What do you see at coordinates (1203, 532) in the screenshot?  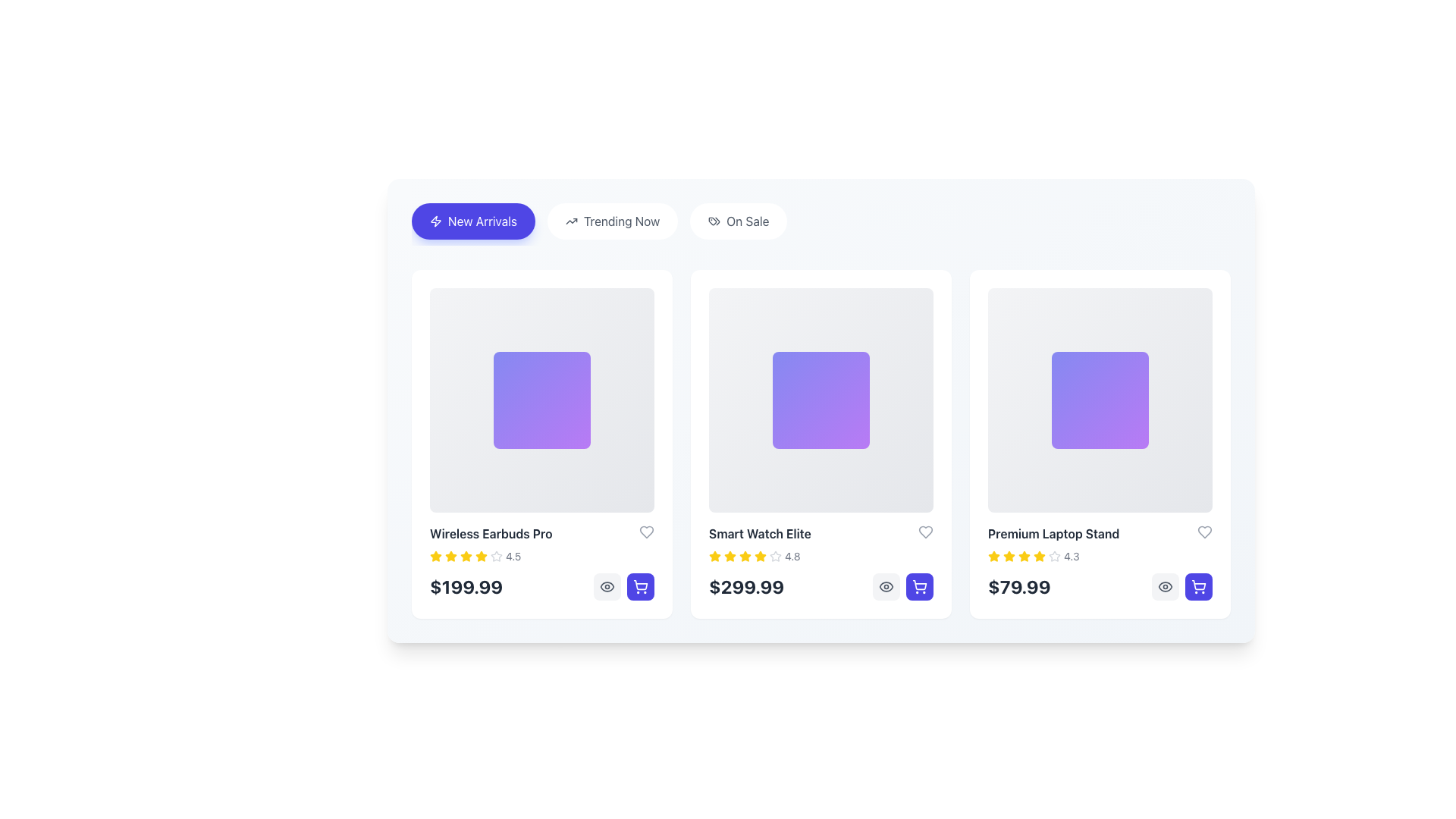 I see `the heart icon in the bottom-right corner of the product card for 'Premium Laptop Stand' to favorite the product` at bounding box center [1203, 532].